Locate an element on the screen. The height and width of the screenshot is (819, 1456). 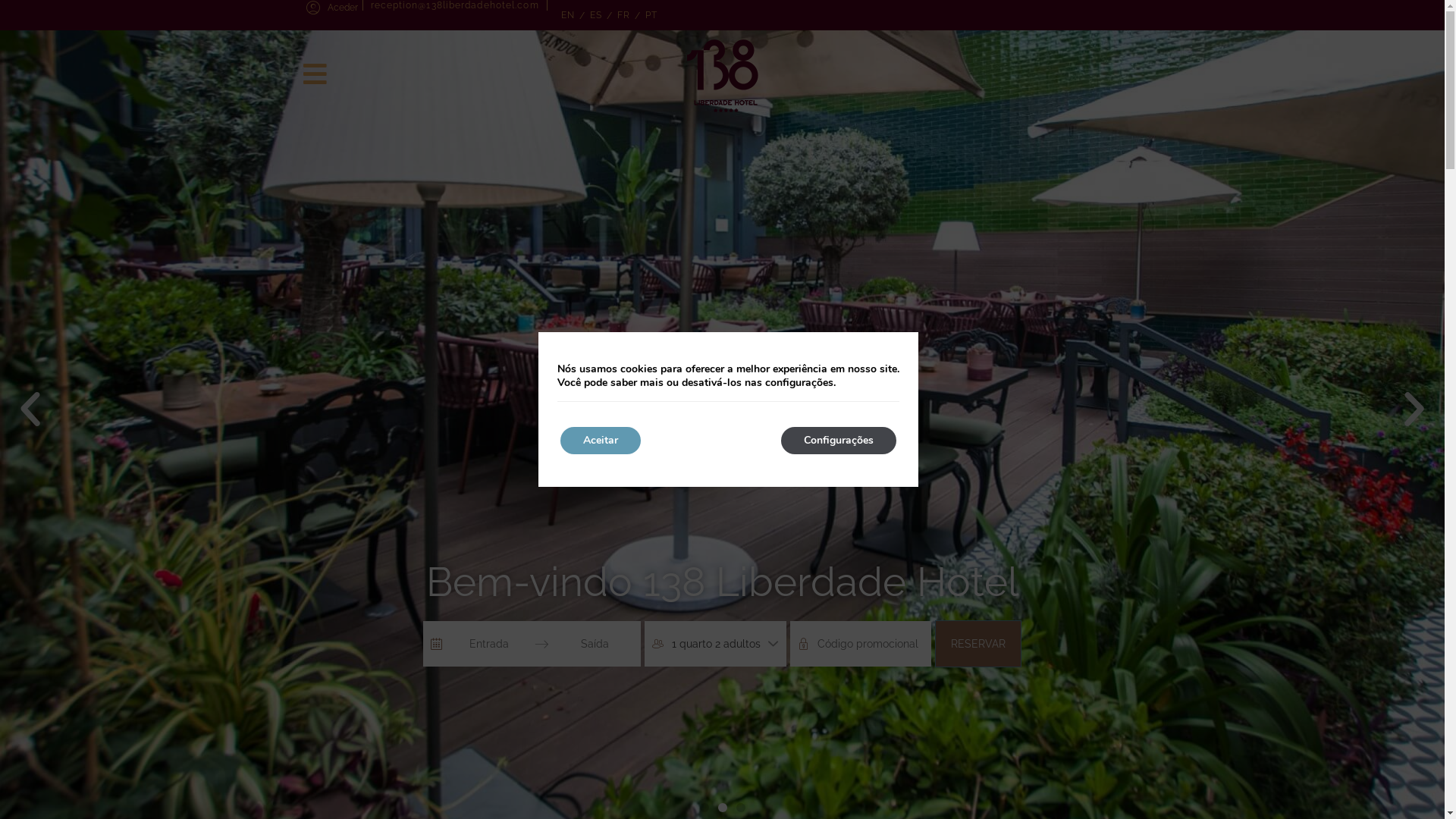
'reception@138liberdadehotel.com' is located at coordinates (453, 5).